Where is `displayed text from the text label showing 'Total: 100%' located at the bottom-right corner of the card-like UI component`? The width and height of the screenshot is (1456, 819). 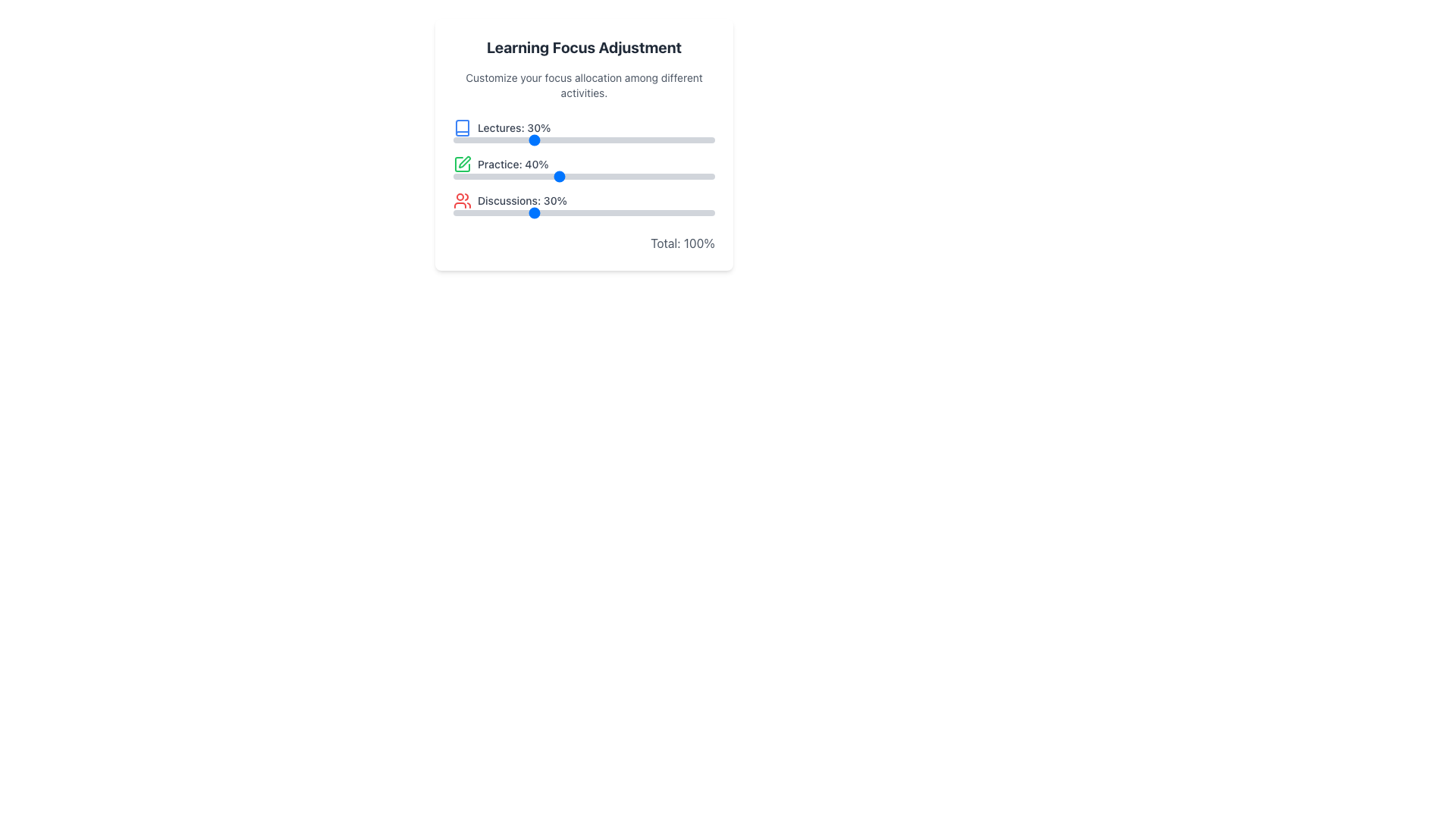 displayed text from the text label showing 'Total: 100%' located at the bottom-right corner of the card-like UI component is located at coordinates (682, 242).